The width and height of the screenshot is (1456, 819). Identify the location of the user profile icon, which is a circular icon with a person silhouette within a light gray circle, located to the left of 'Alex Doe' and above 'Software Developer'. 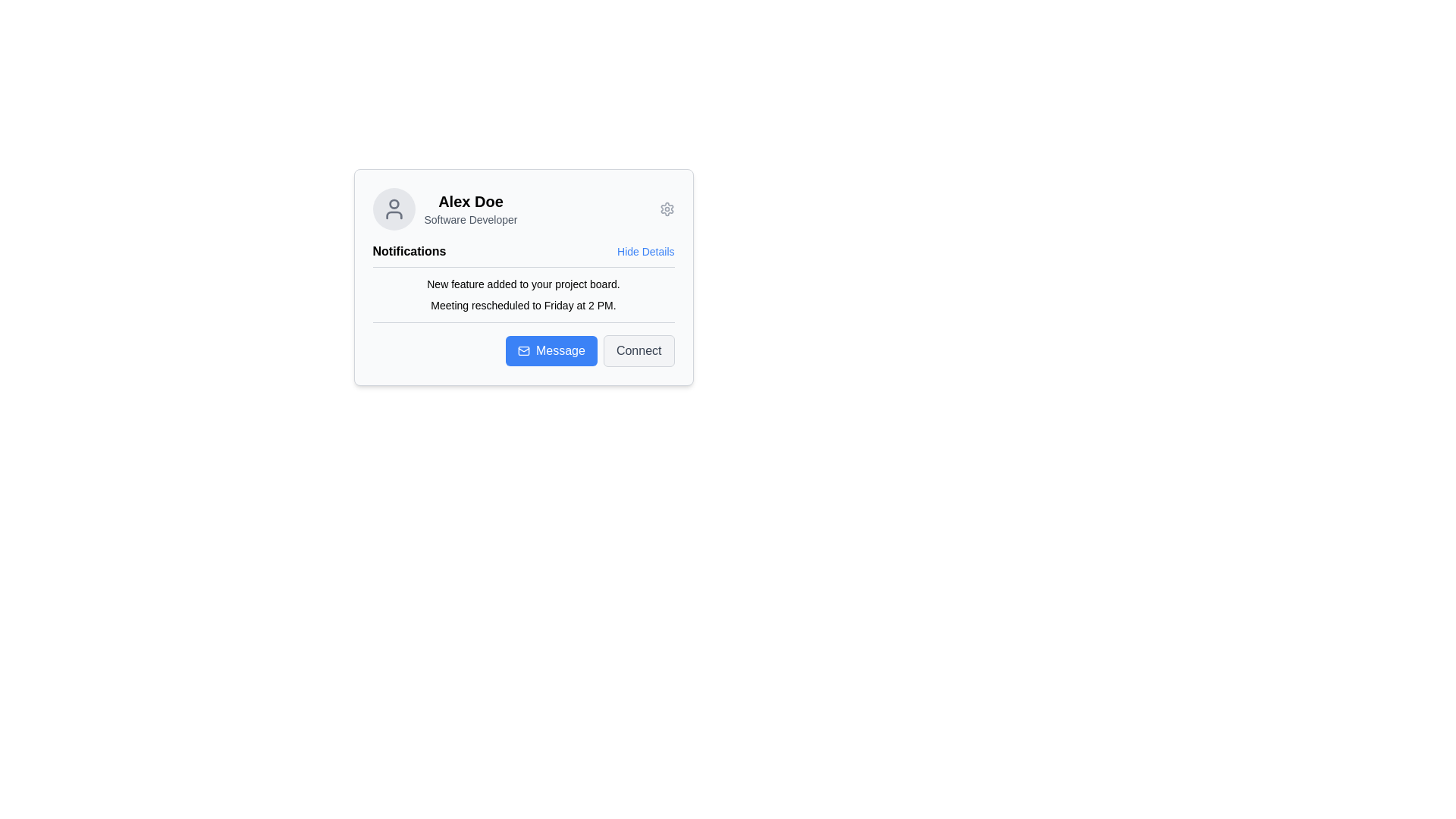
(394, 209).